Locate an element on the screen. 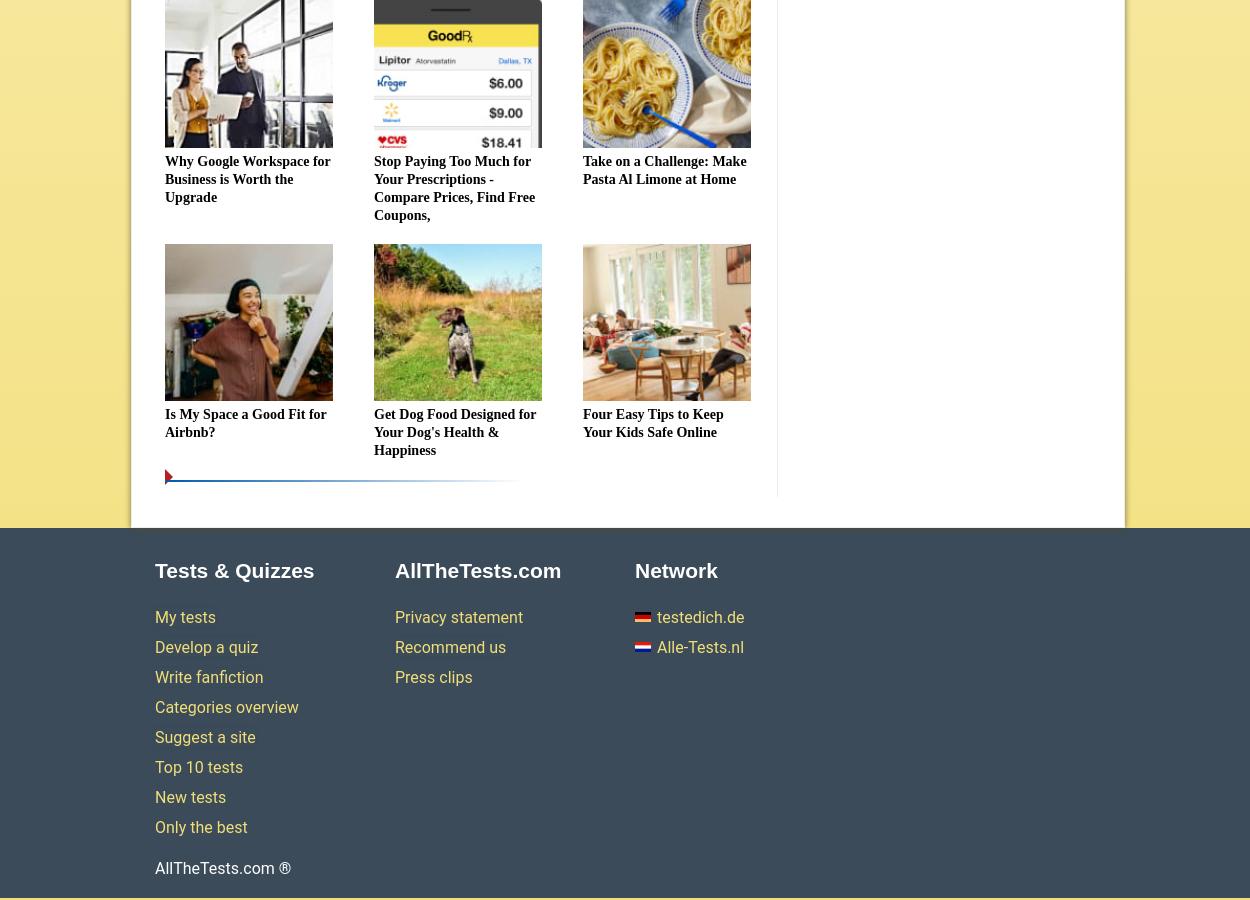 This screenshot has width=1250, height=900. 'Recommend us' is located at coordinates (395, 647).